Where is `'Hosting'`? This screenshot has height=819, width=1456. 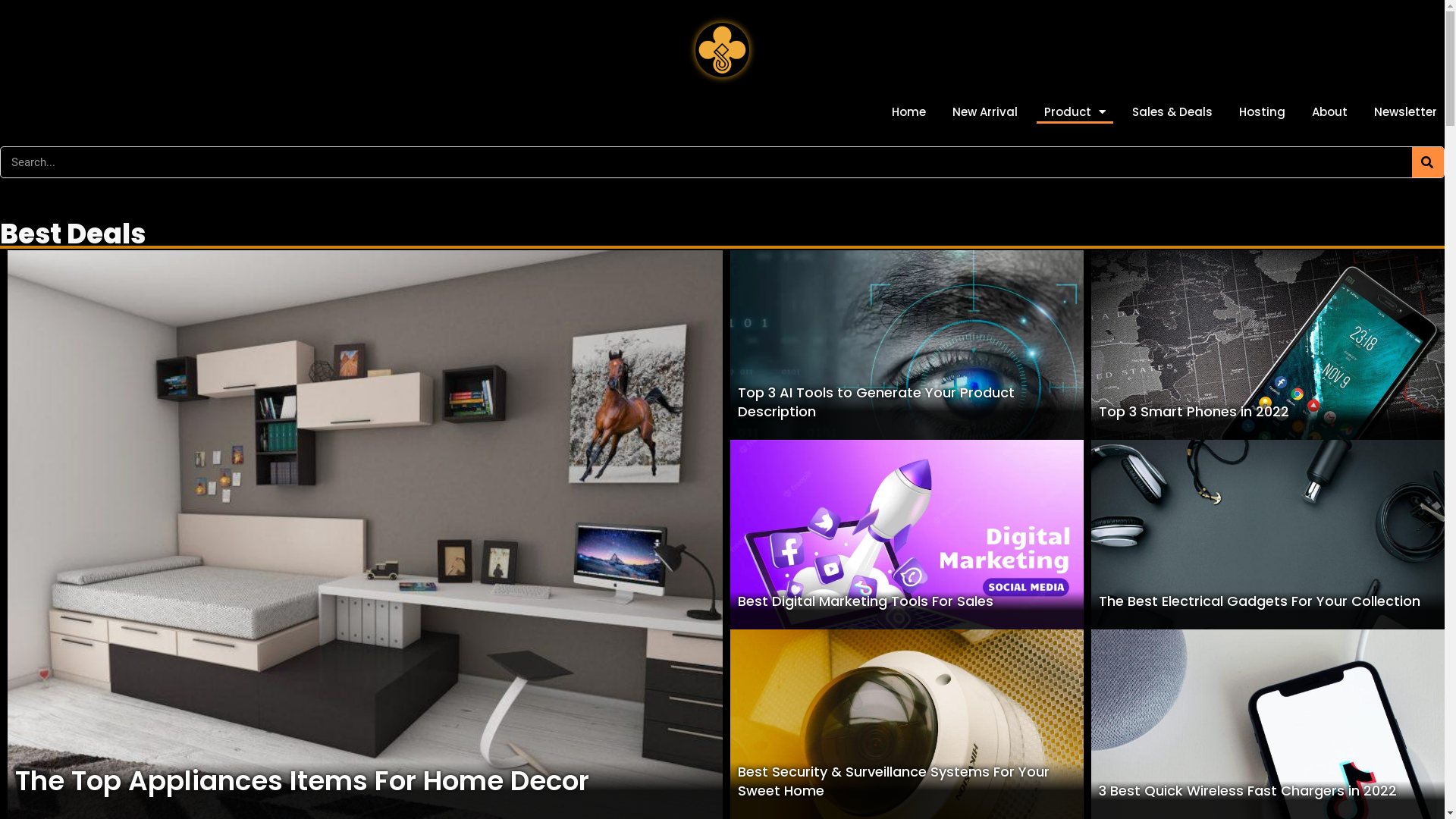 'Hosting' is located at coordinates (1262, 111).